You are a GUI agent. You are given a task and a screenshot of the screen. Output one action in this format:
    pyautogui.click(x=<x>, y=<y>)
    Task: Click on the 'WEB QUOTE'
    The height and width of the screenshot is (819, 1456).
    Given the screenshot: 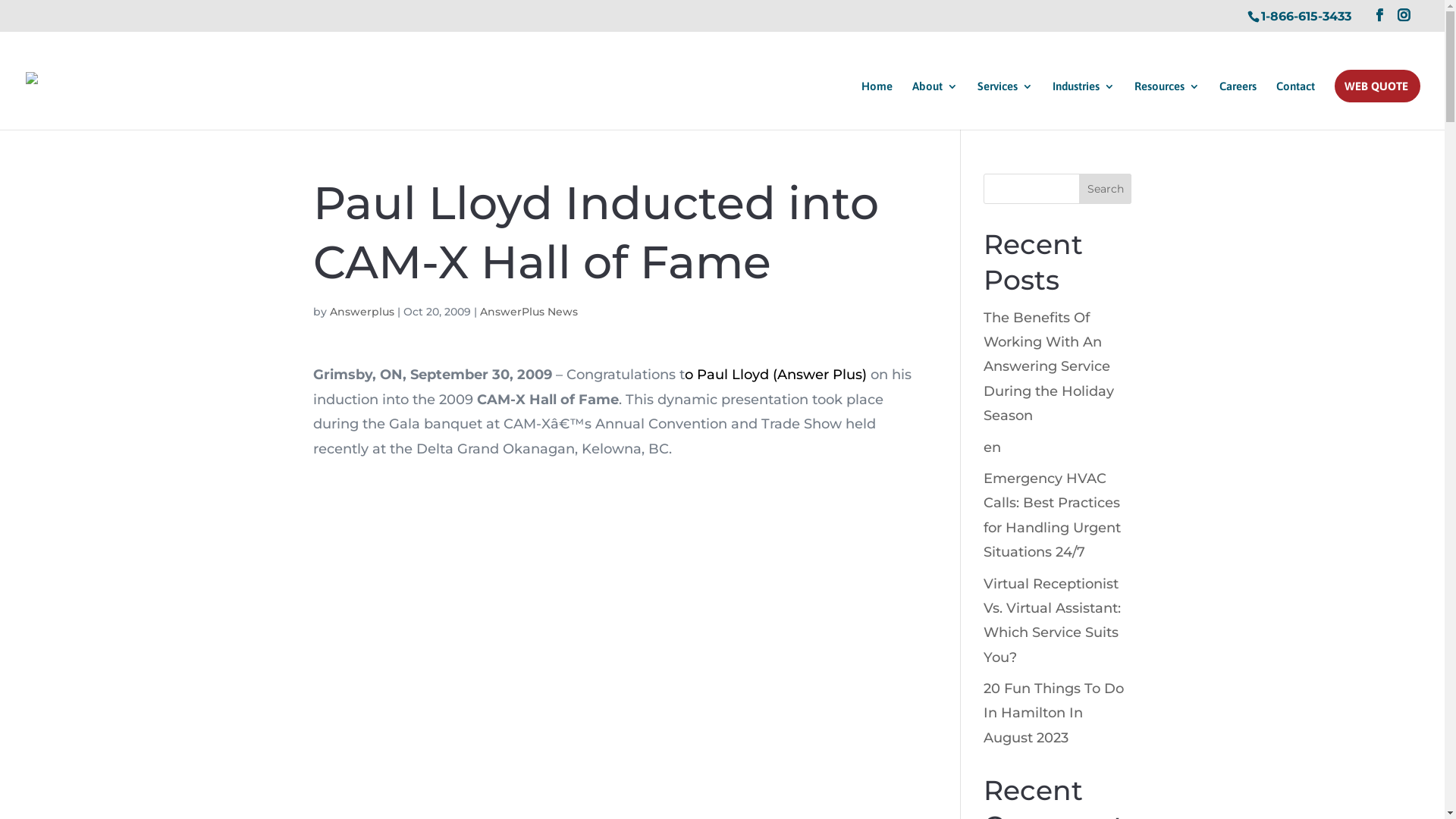 What is the action you would take?
    pyautogui.click(x=1376, y=104)
    